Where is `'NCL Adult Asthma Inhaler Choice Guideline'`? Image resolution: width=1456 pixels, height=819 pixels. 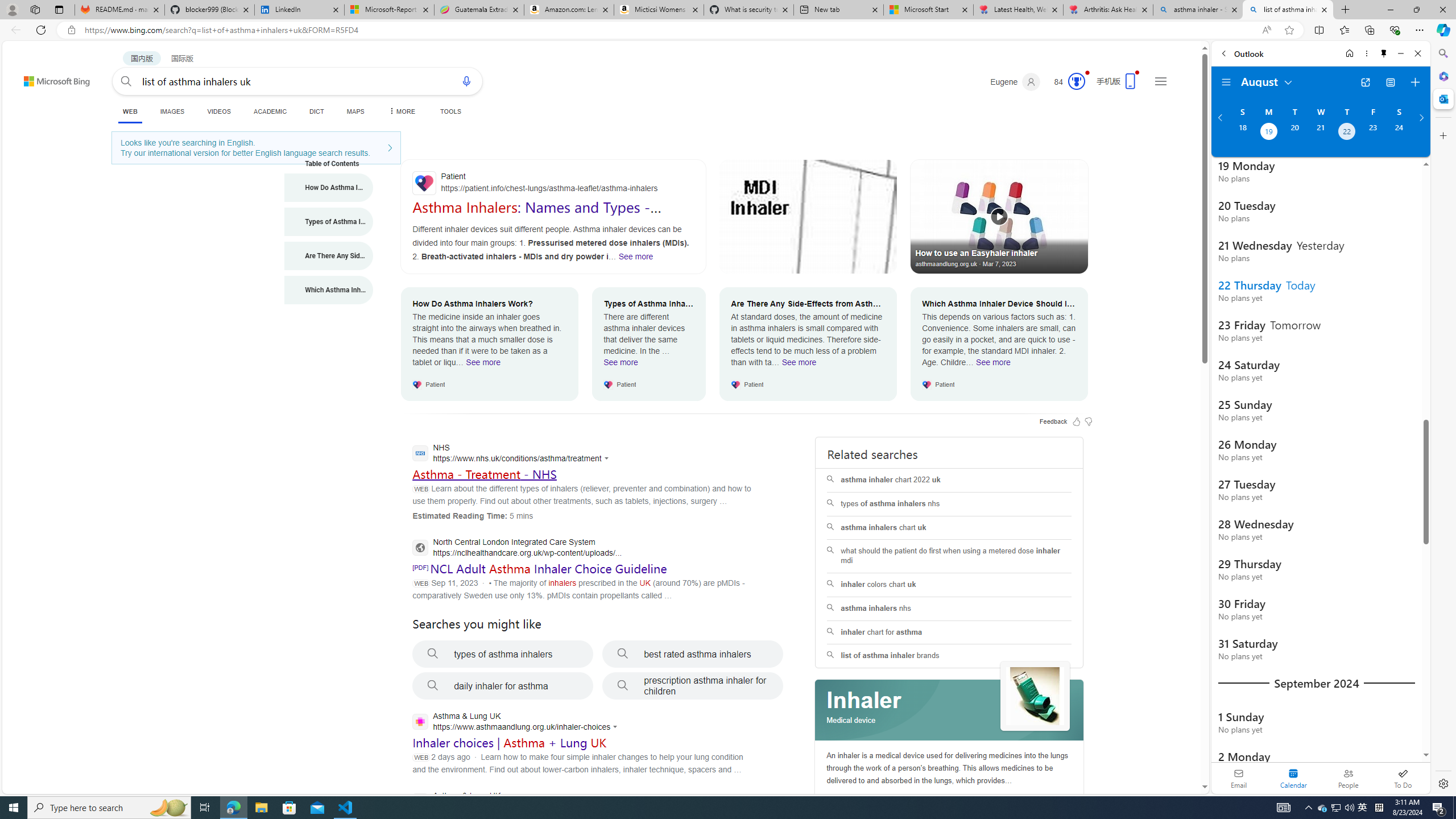
'NCL Adult Asthma Inhaler Choice Guideline' is located at coordinates (547, 568).